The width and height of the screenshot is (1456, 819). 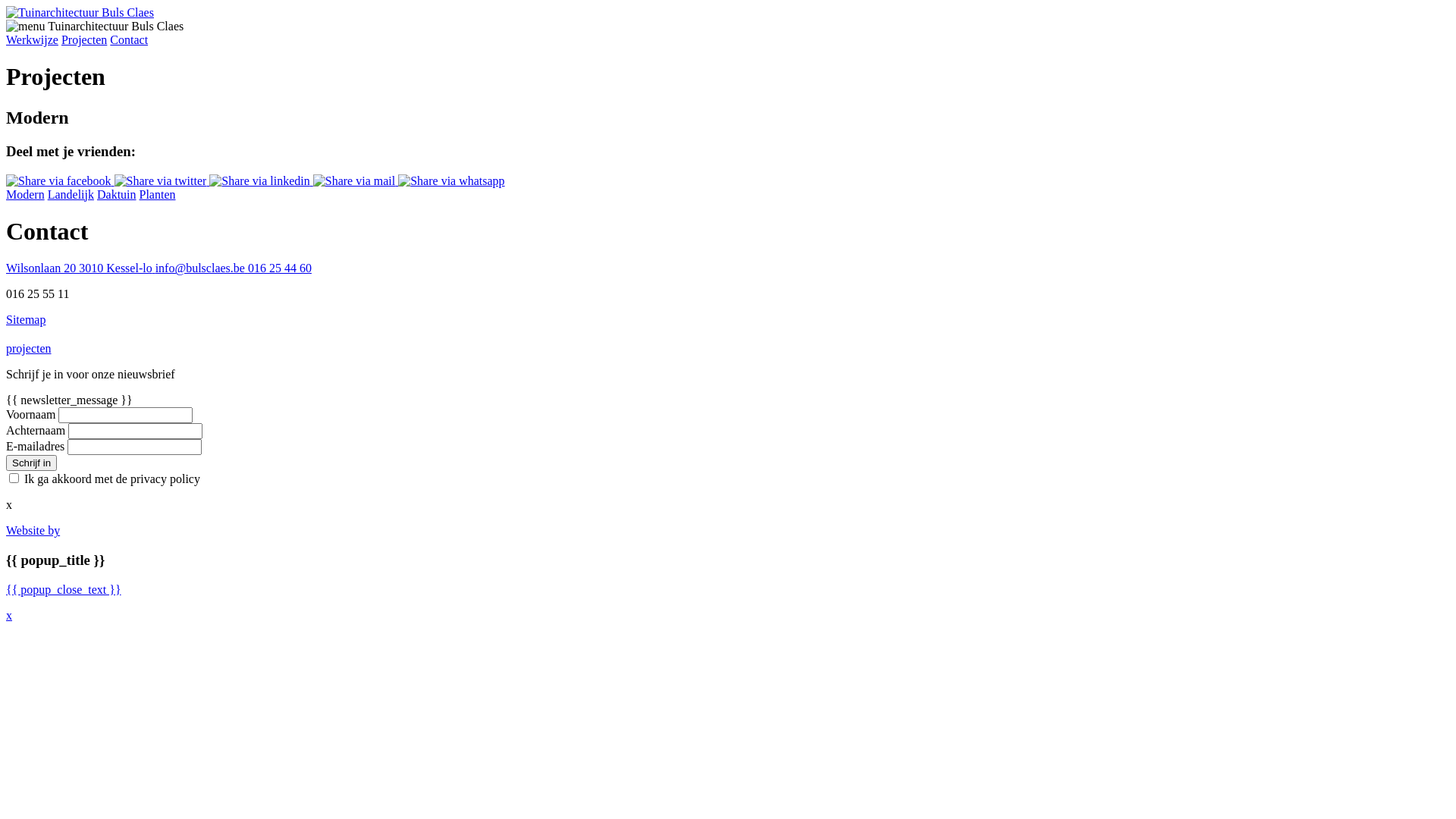 I want to click on 'x', so click(x=9, y=615).